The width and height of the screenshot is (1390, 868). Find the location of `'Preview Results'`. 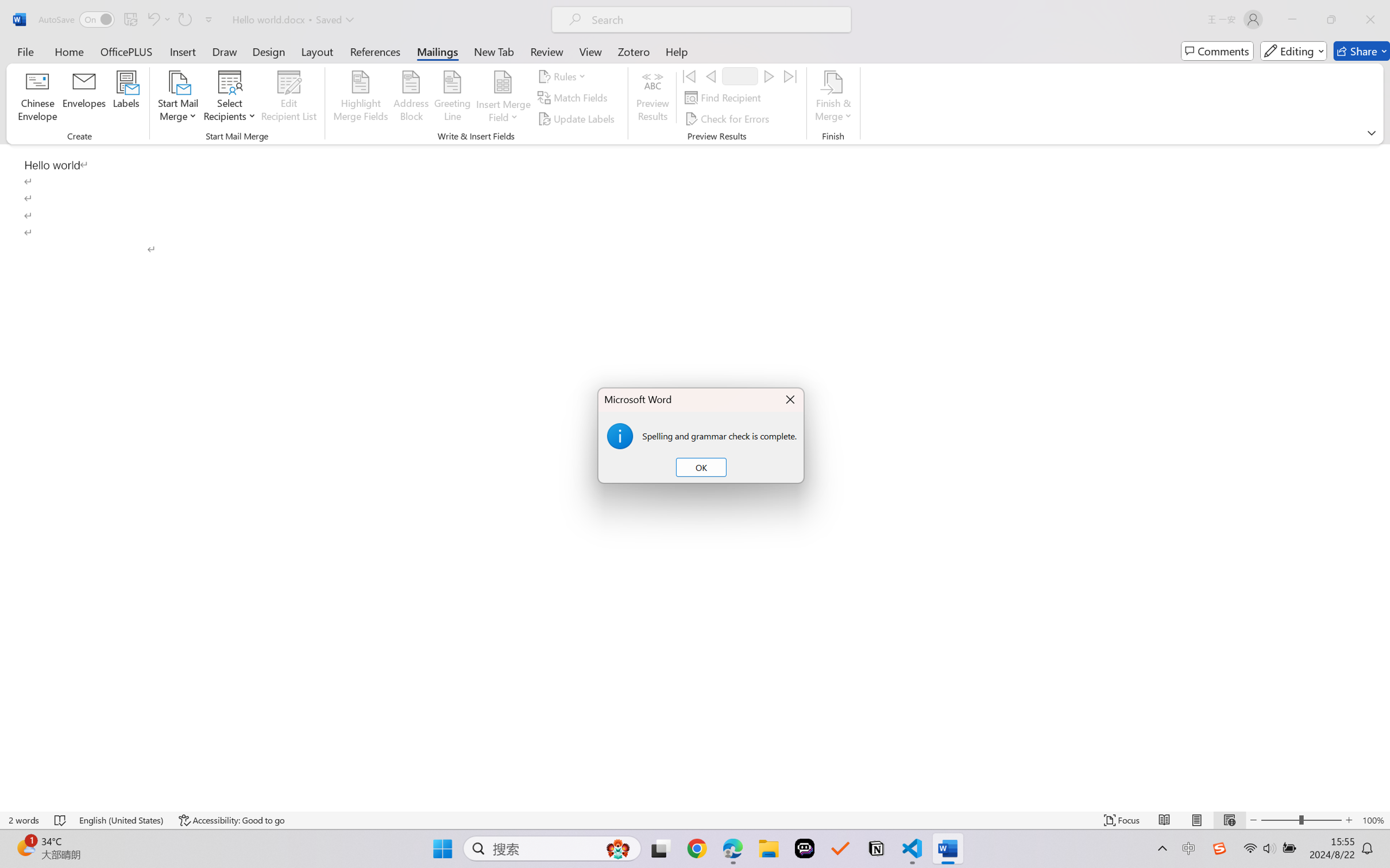

'Preview Results' is located at coordinates (653, 98).